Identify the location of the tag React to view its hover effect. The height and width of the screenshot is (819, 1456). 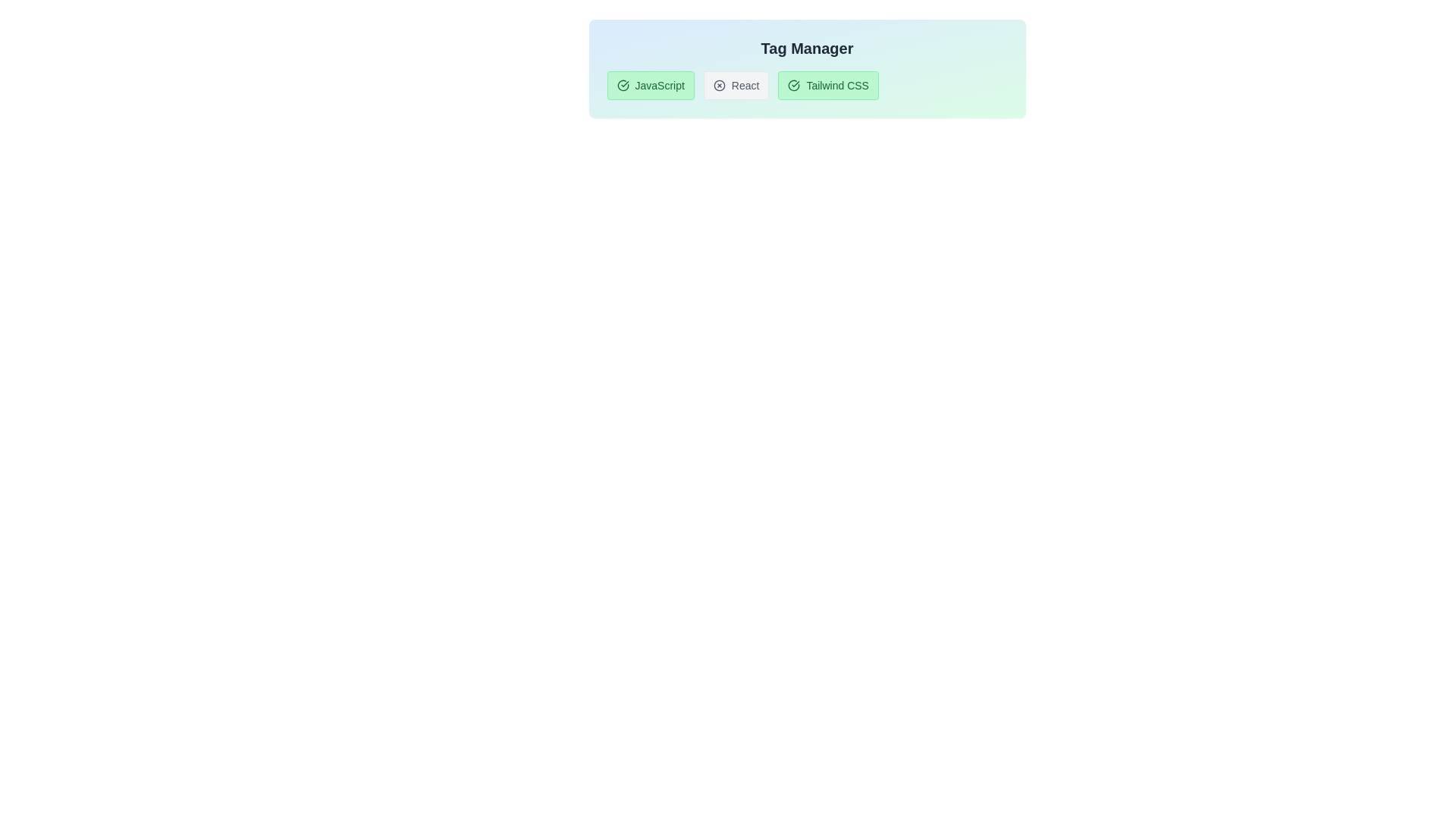
(736, 85).